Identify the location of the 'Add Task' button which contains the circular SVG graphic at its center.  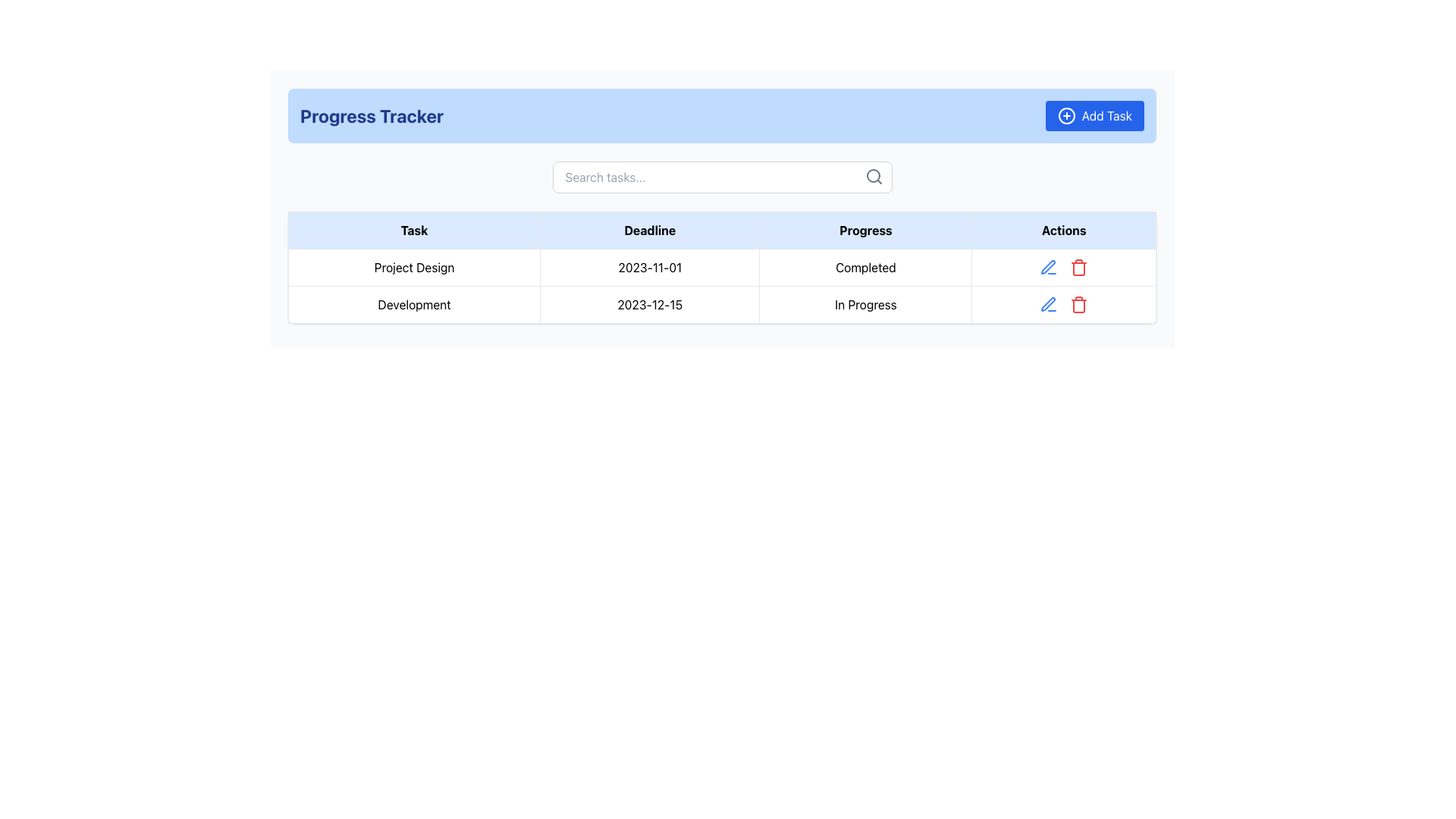
(1065, 115).